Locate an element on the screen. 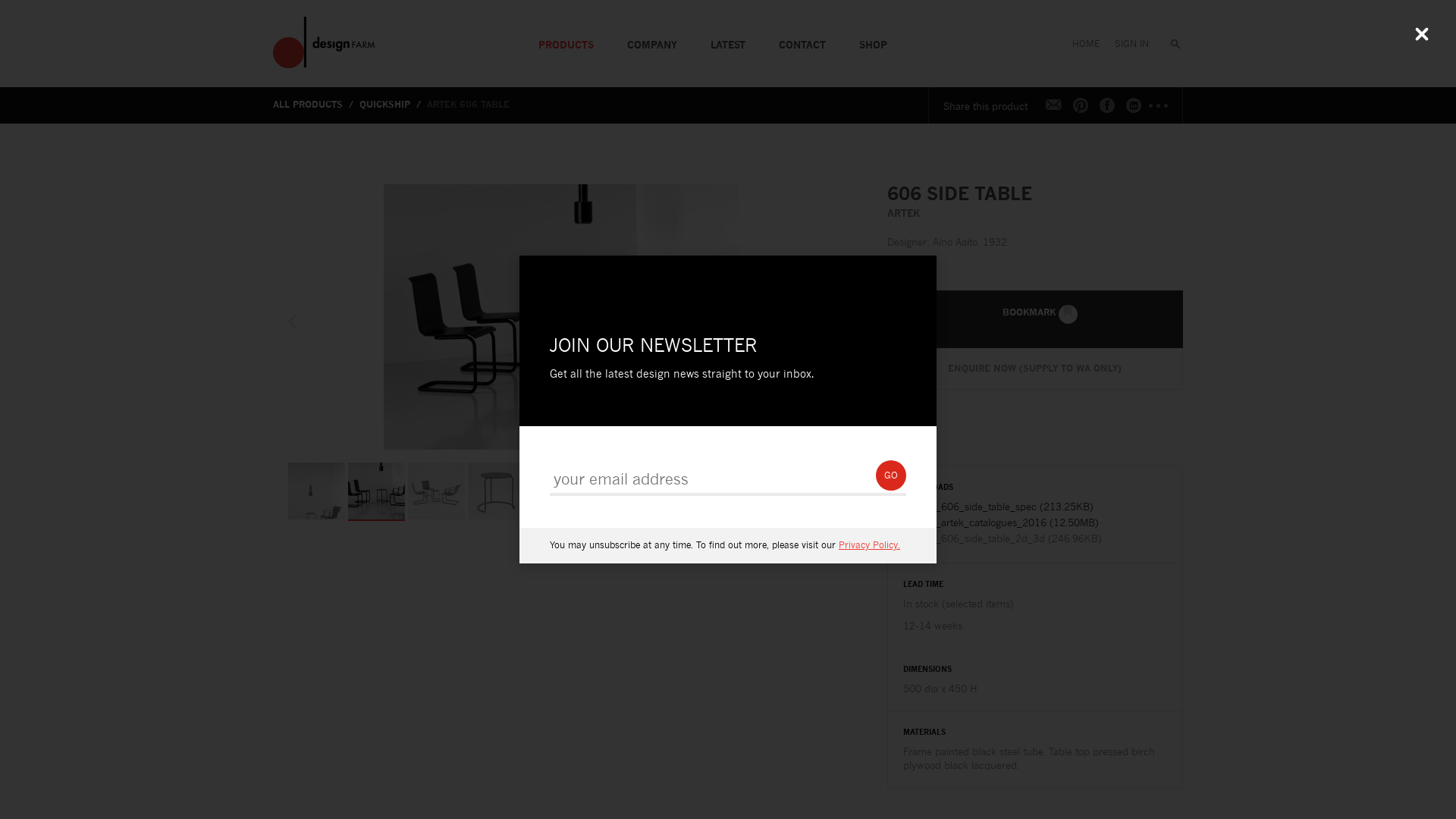 Image resolution: width=1456 pixels, height=819 pixels. 'atk_606_side_table_spec (213.25KB)' is located at coordinates (1034, 506).